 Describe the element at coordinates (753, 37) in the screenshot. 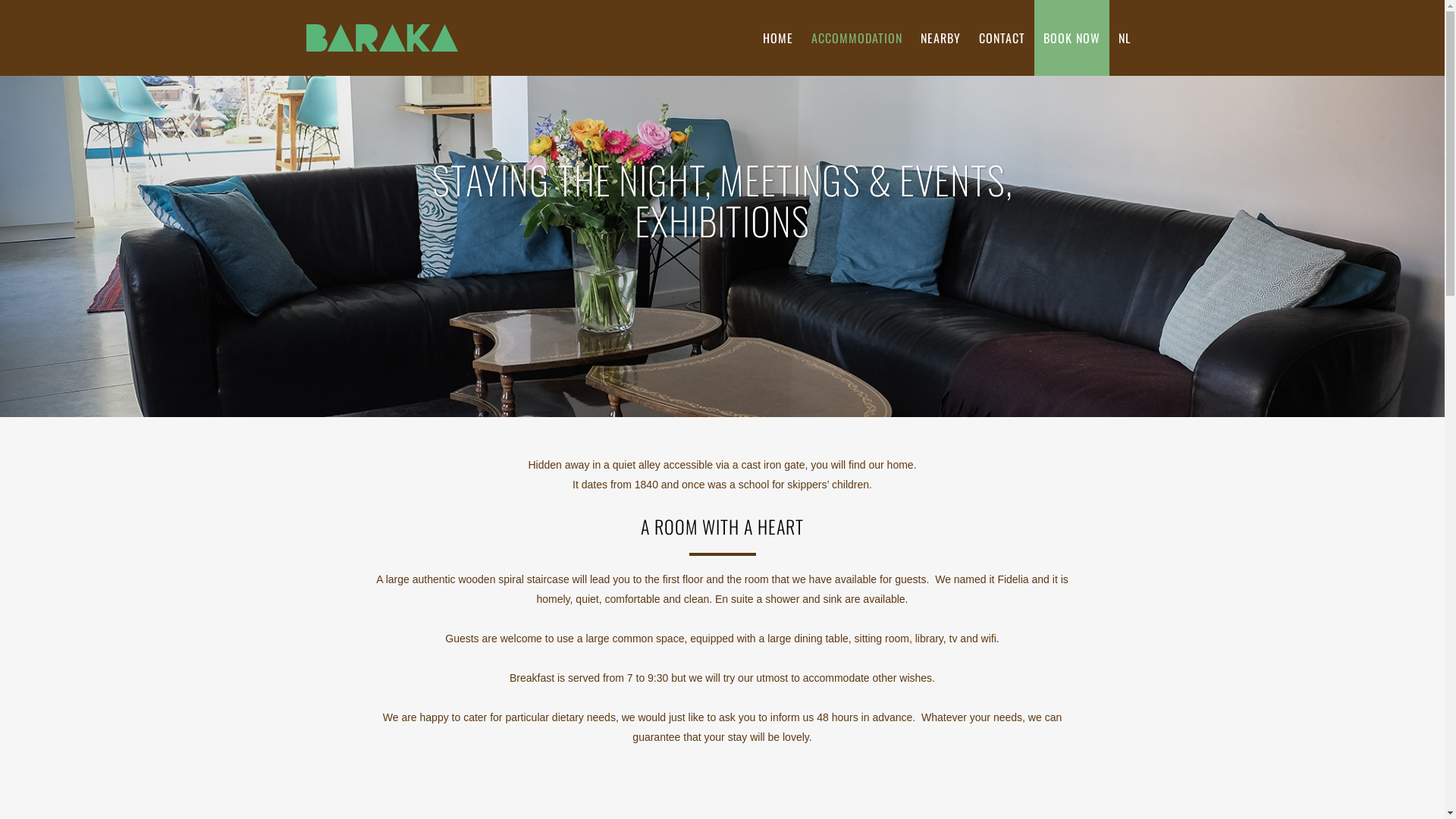

I see `'HOME'` at that location.